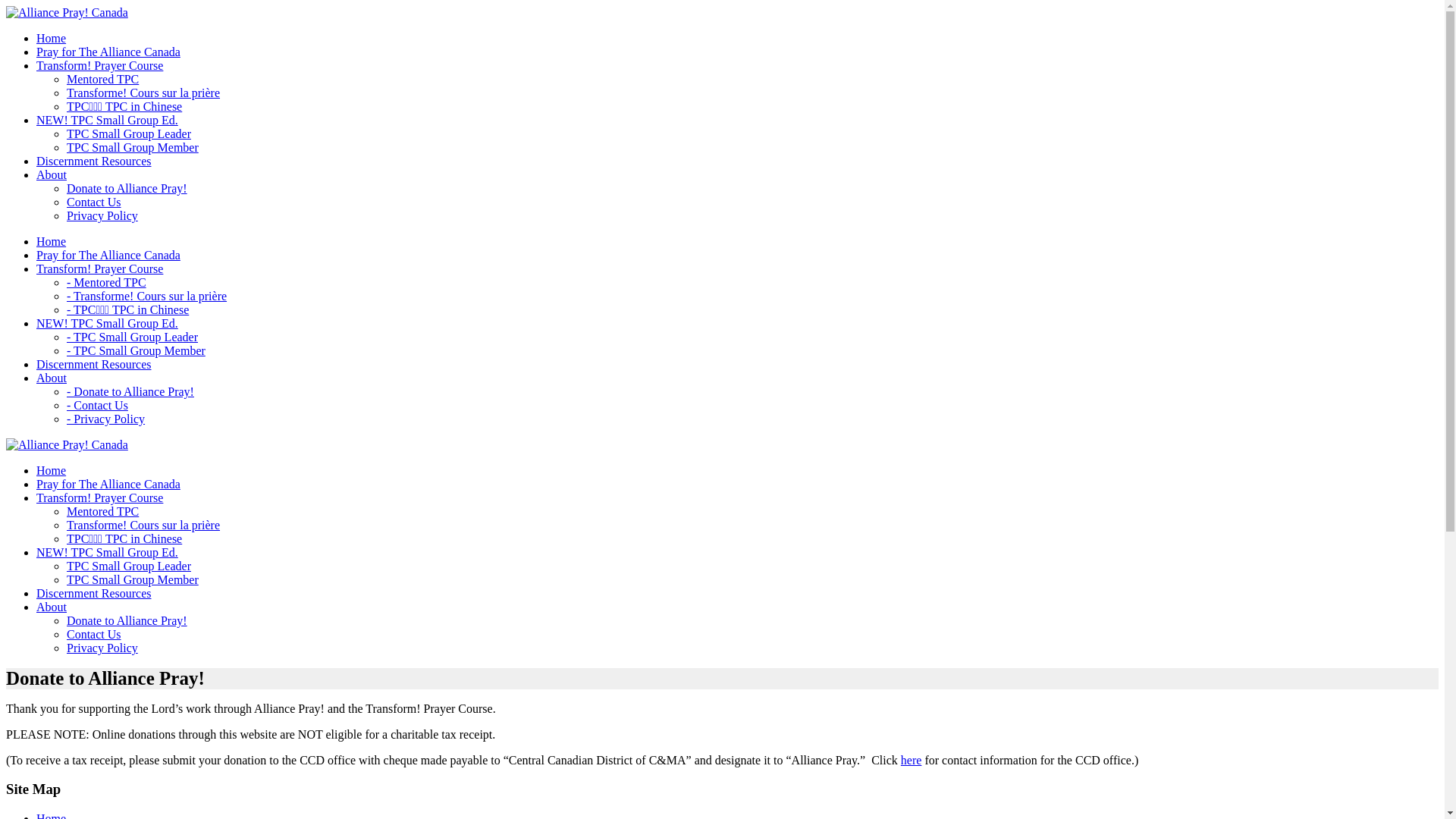 Image resolution: width=1456 pixels, height=819 pixels. Describe the element at coordinates (102, 79) in the screenshot. I see `'Mentored TPC'` at that location.